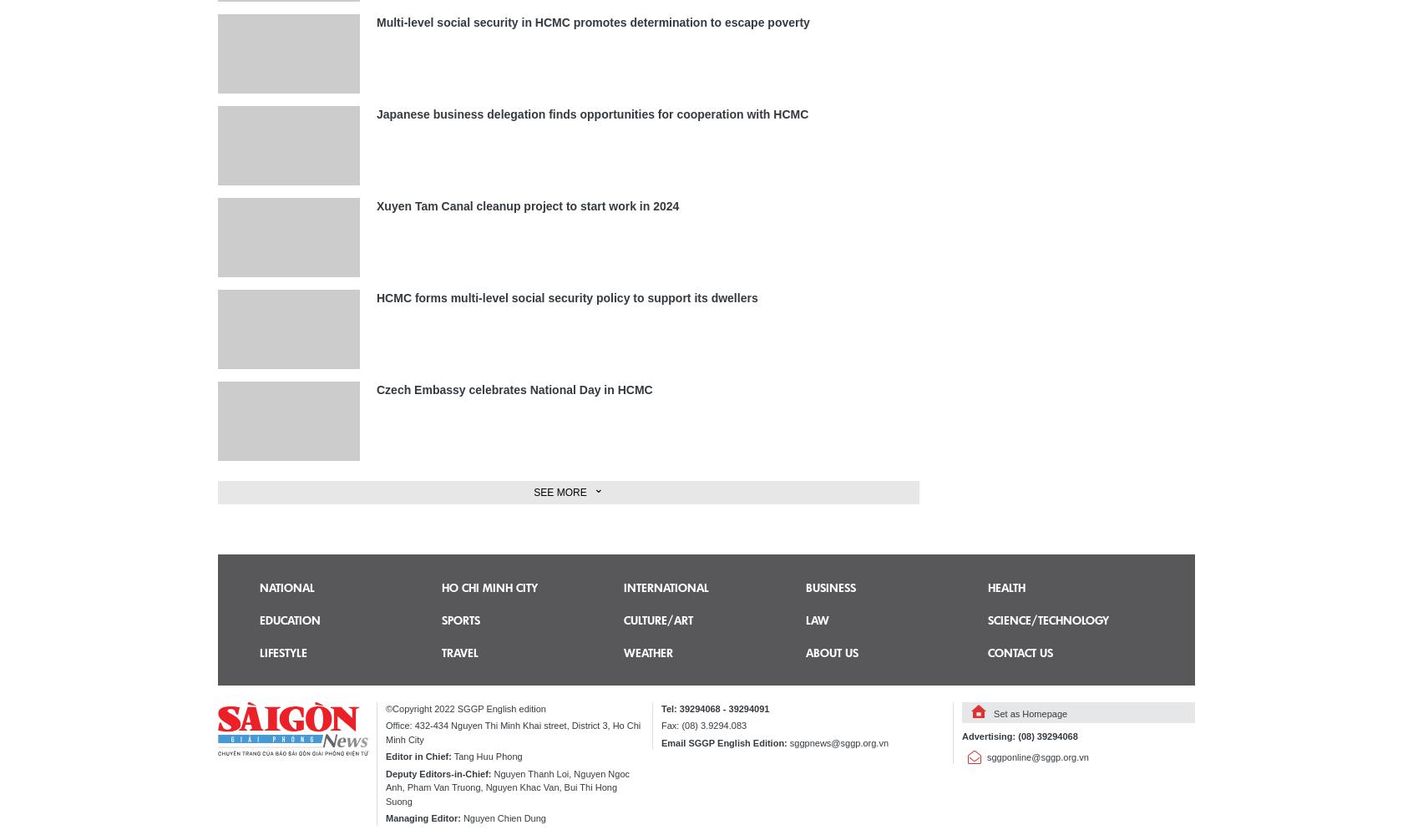  I want to click on 'International', so click(666, 586).